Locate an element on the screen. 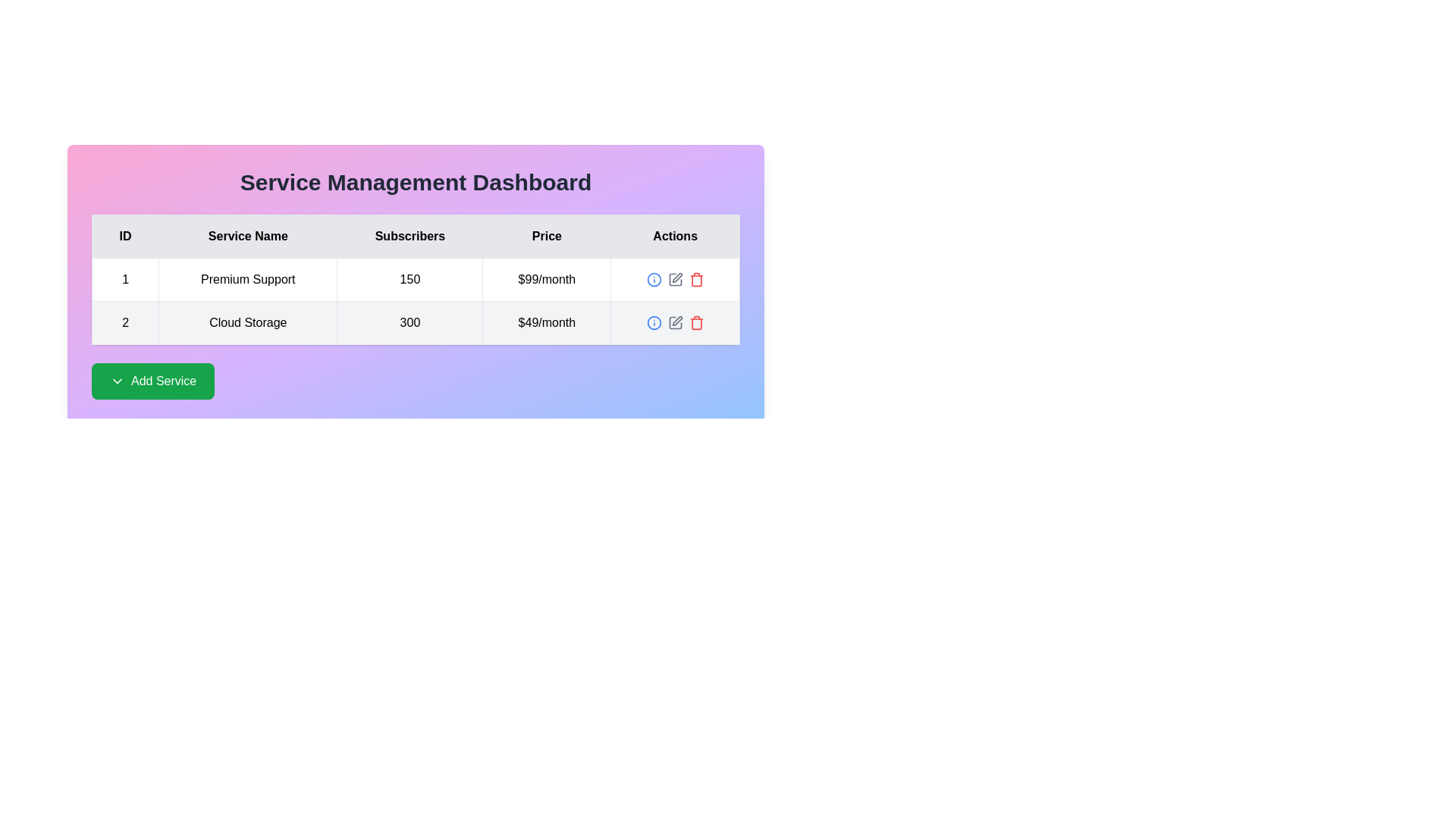 Image resolution: width=1456 pixels, height=819 pixels. the Trash Icon button located in the Actions column of the second row of the table is located at coordinates (695, 323).